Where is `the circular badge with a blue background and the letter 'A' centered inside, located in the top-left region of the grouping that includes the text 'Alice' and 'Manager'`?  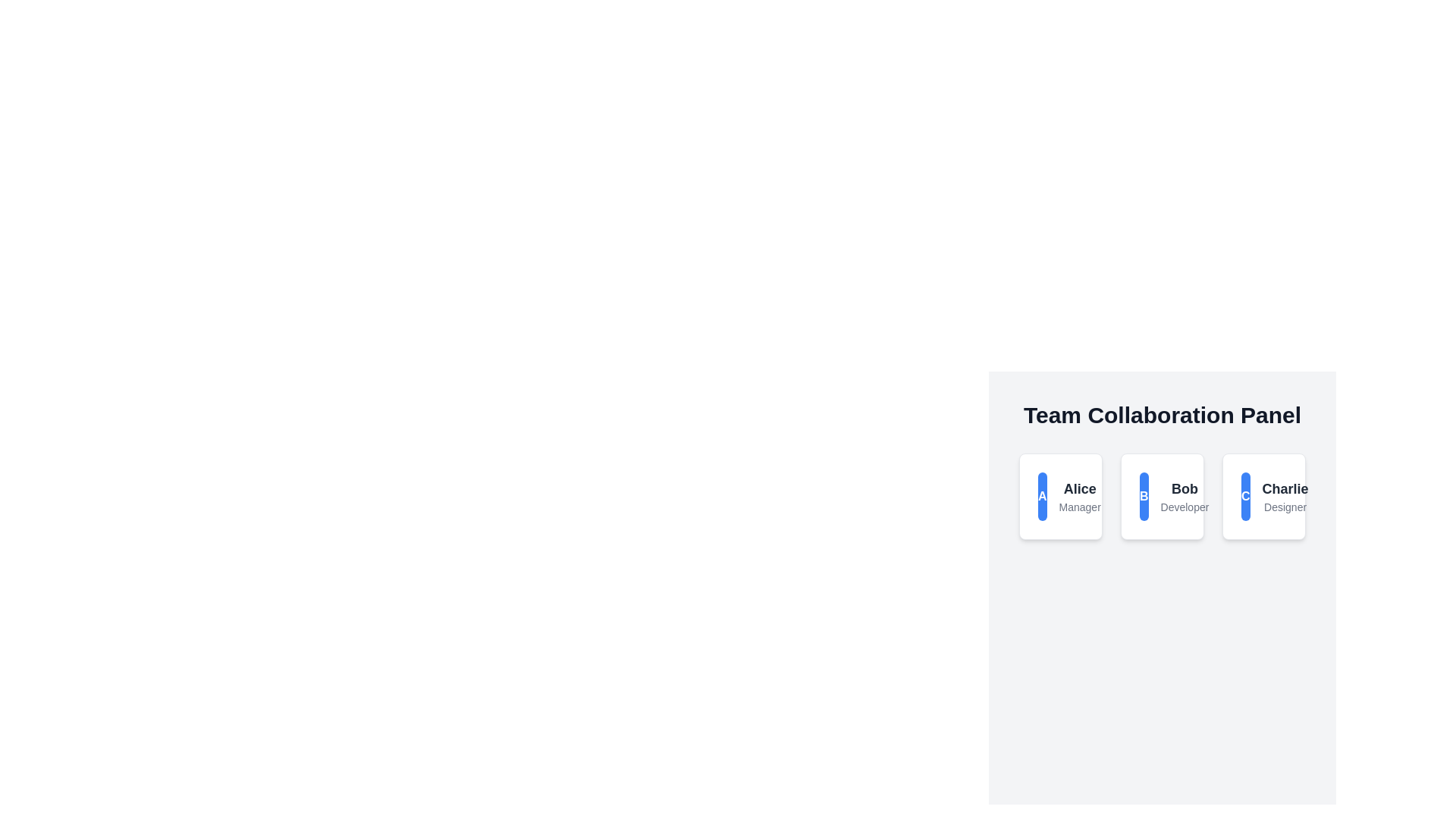 the circular badge with a blue background and the letter 'A' centered inside, located in the top-left region of the grouping that includes the text 'Alice' and 'Manager' is located at coordinates (1041, 497).